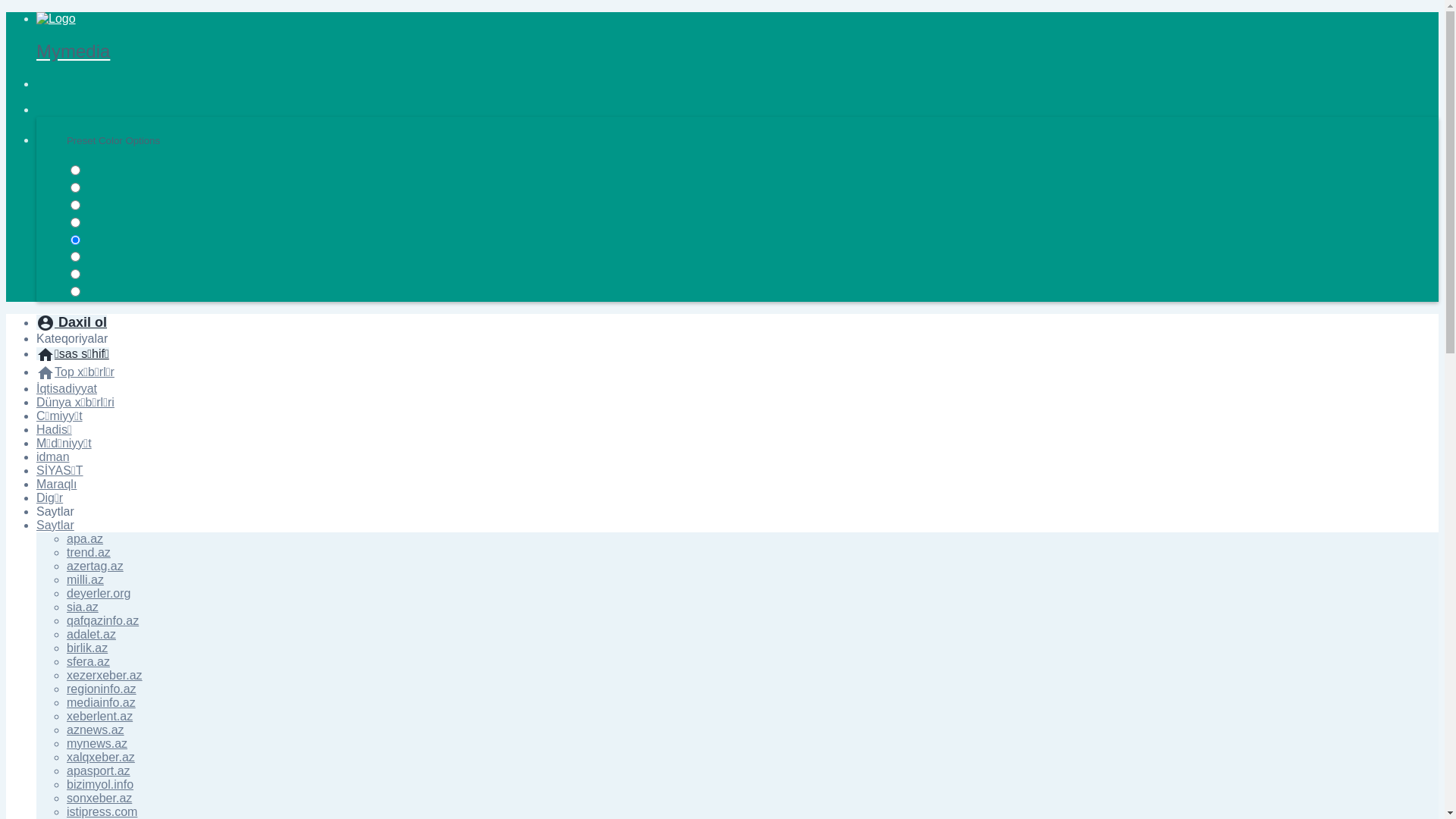  I want to click on 'apa.az', so click(83, 538).